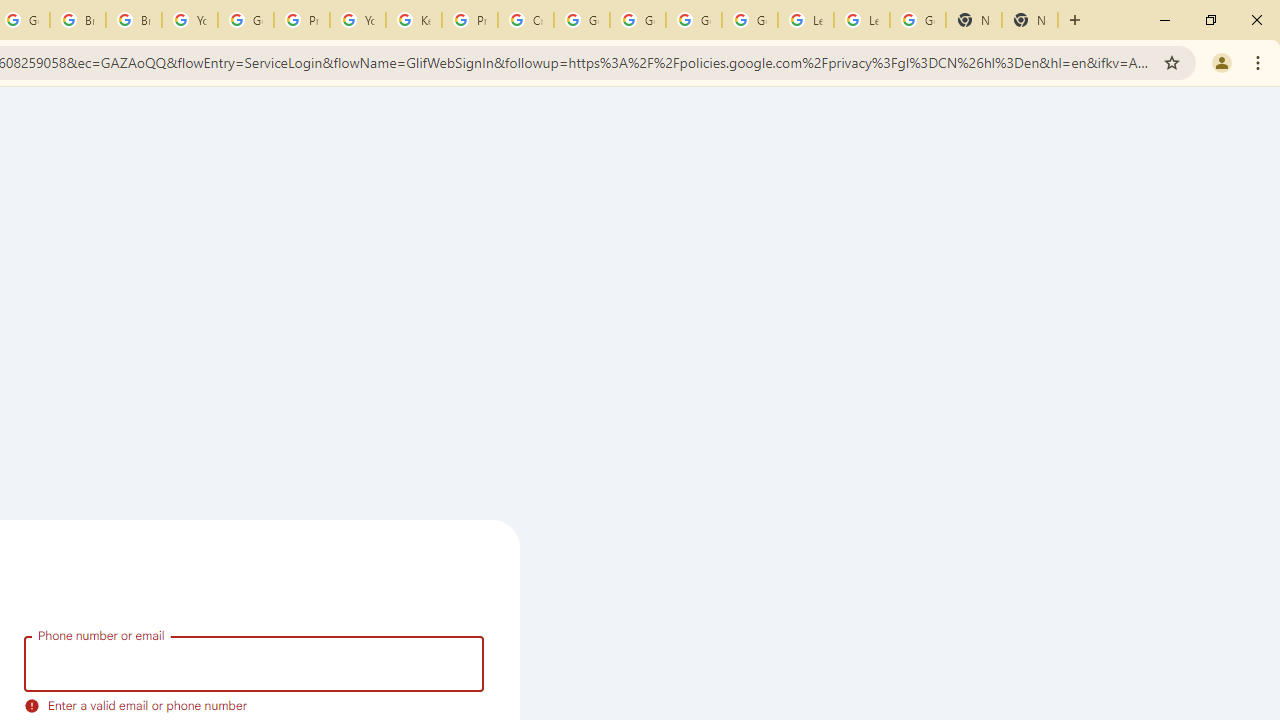 The height and width of the screenshot is (720, 1280). I want to click on 'Create your Google Account', so click(526, 20).